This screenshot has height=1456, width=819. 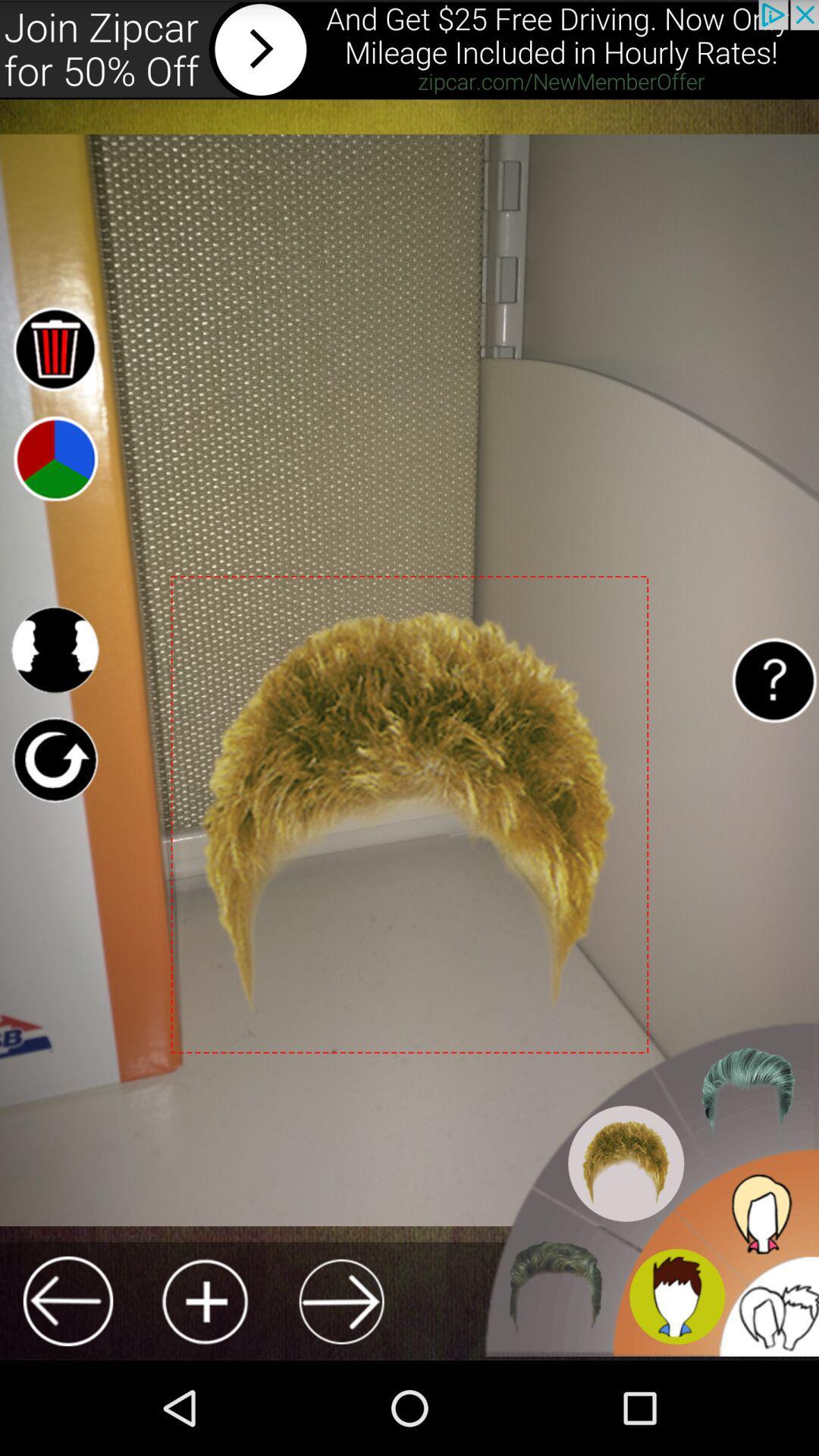 What do you see at coordinates (773, 679) in the screenshot?
I see `get help` at bounding box center [773, 679].